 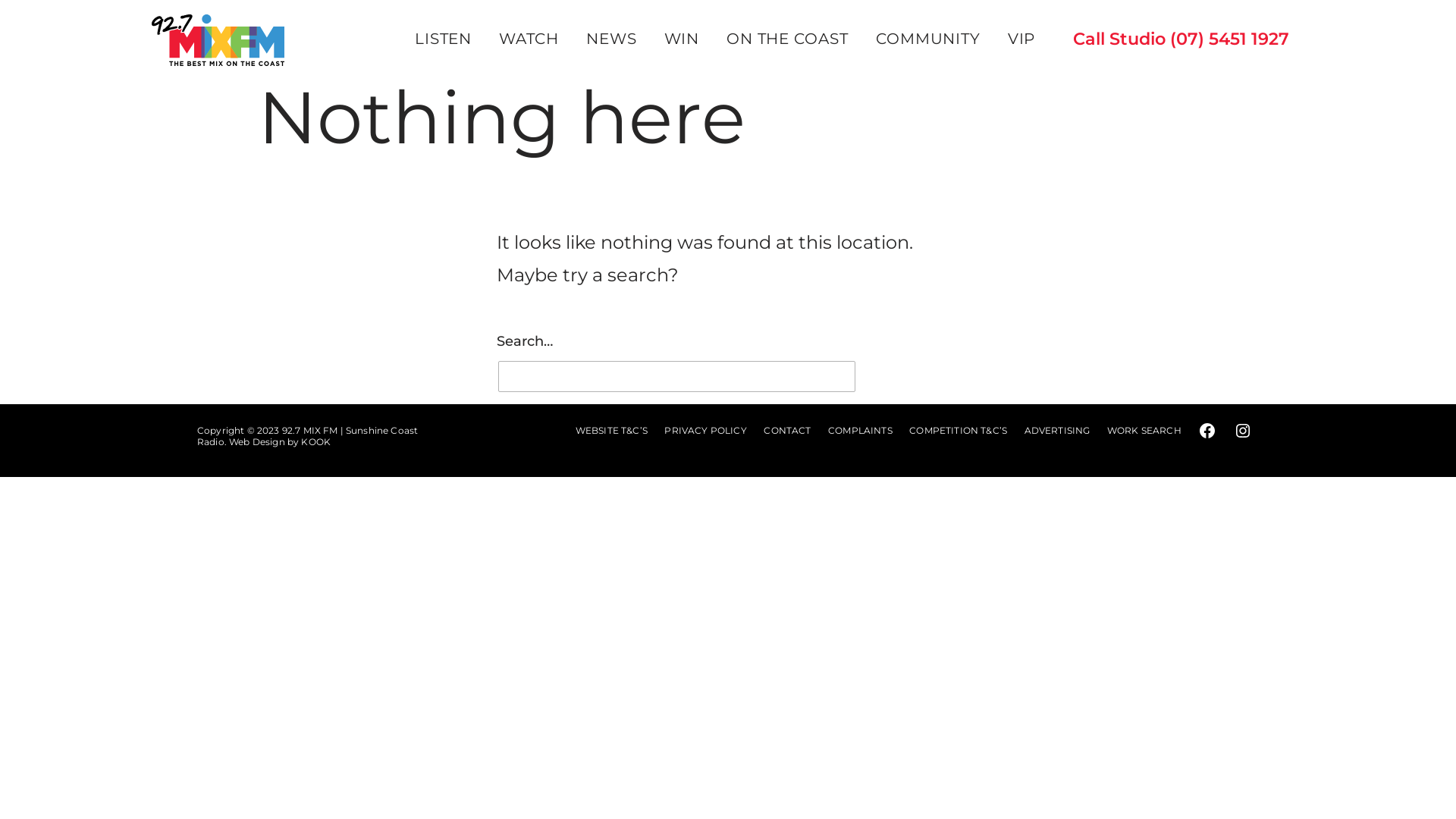 I want to click on 'WATCH', so click(x=529, y=37).